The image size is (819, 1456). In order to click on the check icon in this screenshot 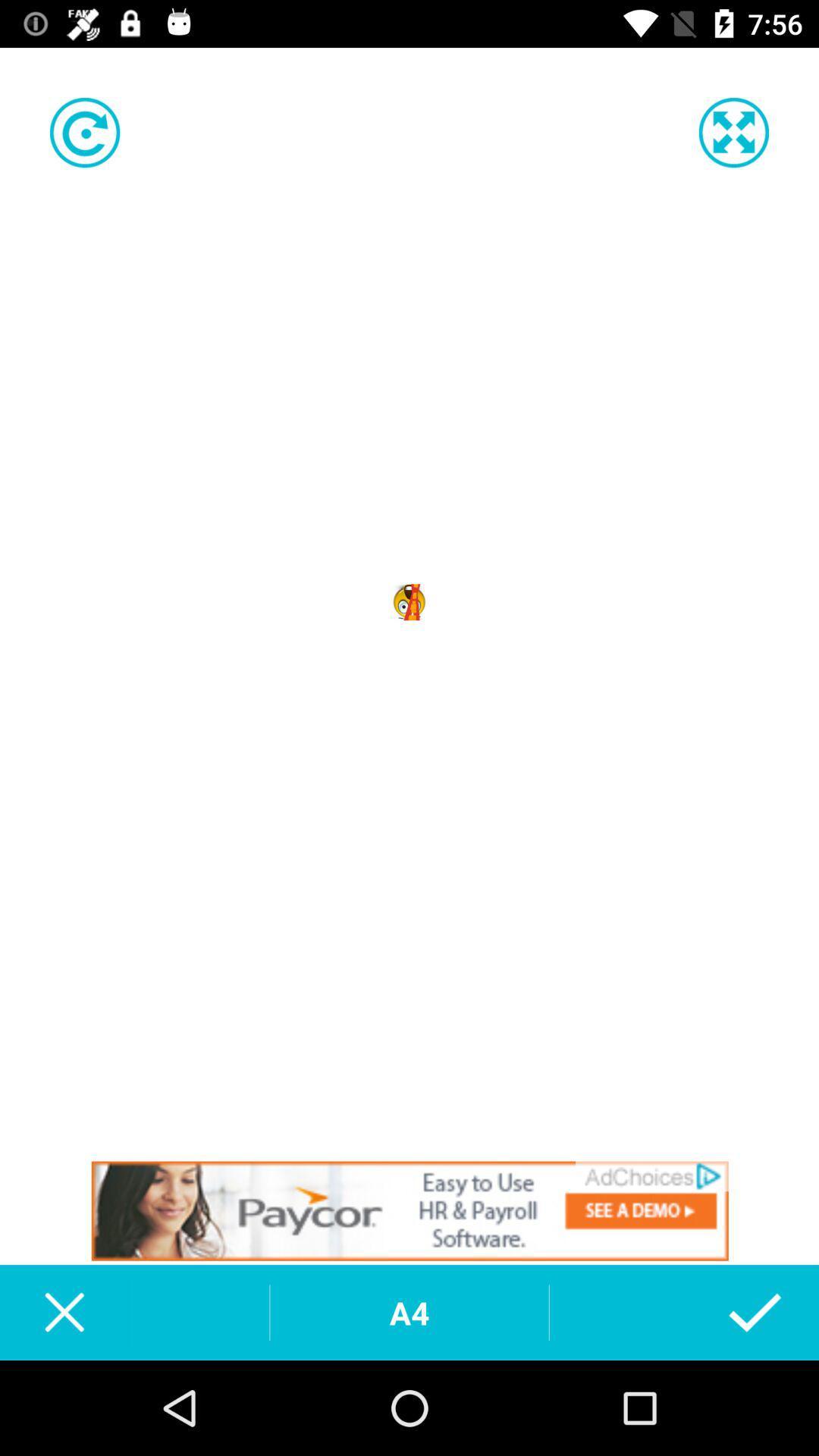, I will do `click(755, 1312)`.